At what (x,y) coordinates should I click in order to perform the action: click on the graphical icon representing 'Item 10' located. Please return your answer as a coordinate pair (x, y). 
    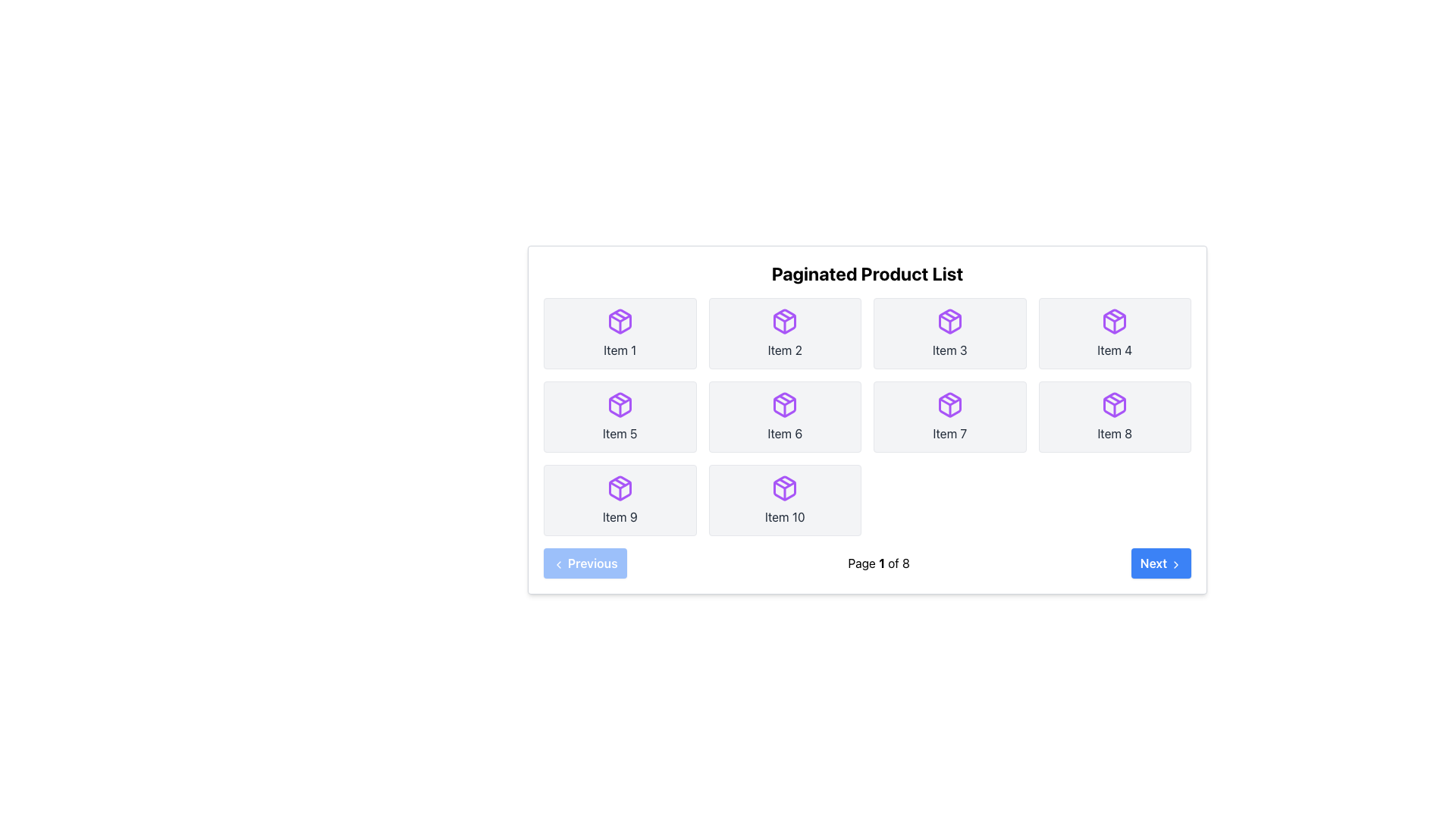
    Looking at the image, I should click on (785, 488).